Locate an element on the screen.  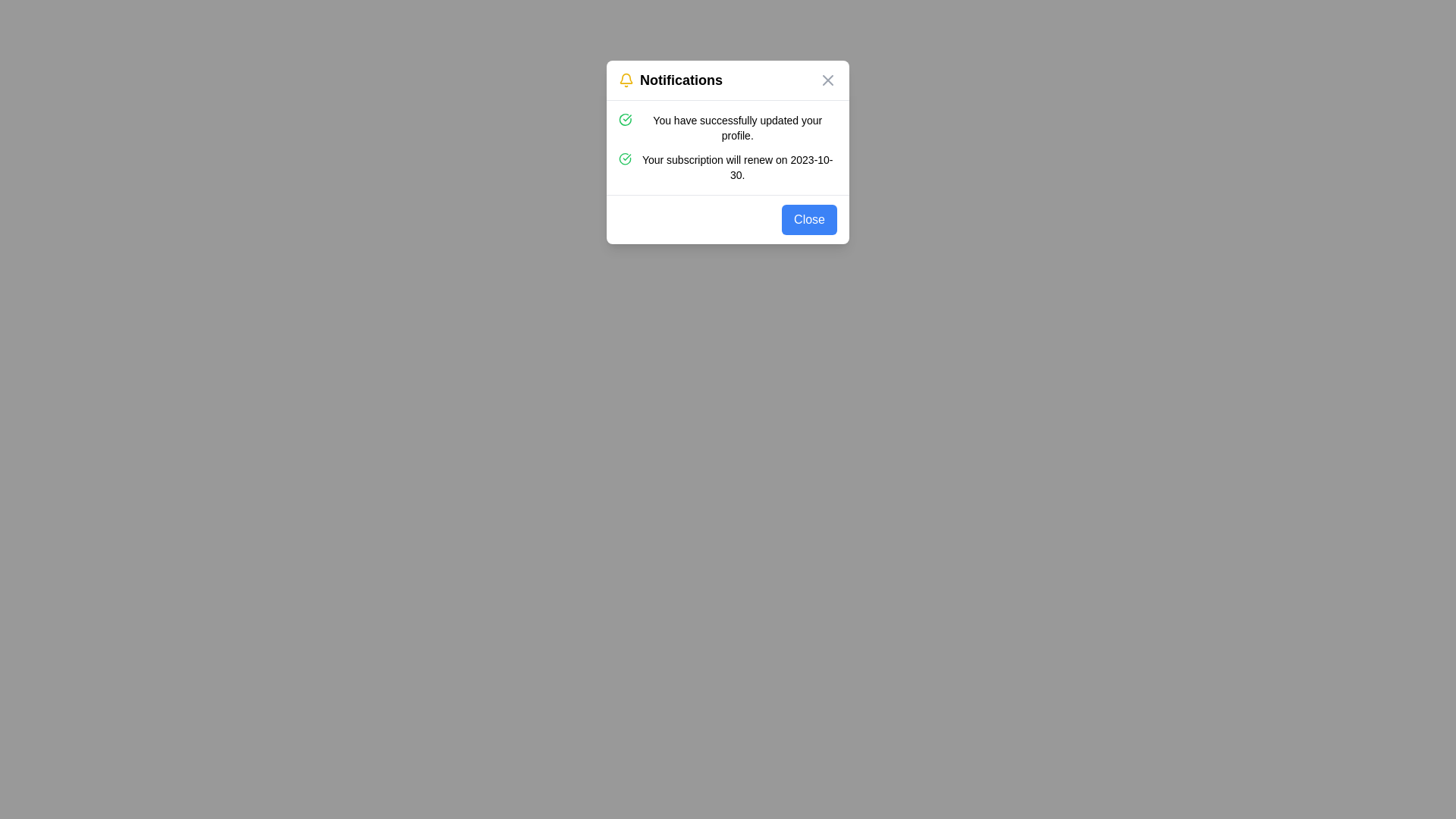
the informational text element displaying 'Your subscription will renew on 2023-10-30.' which is the second item in the notifications popup is located at coordinates (728, 167).